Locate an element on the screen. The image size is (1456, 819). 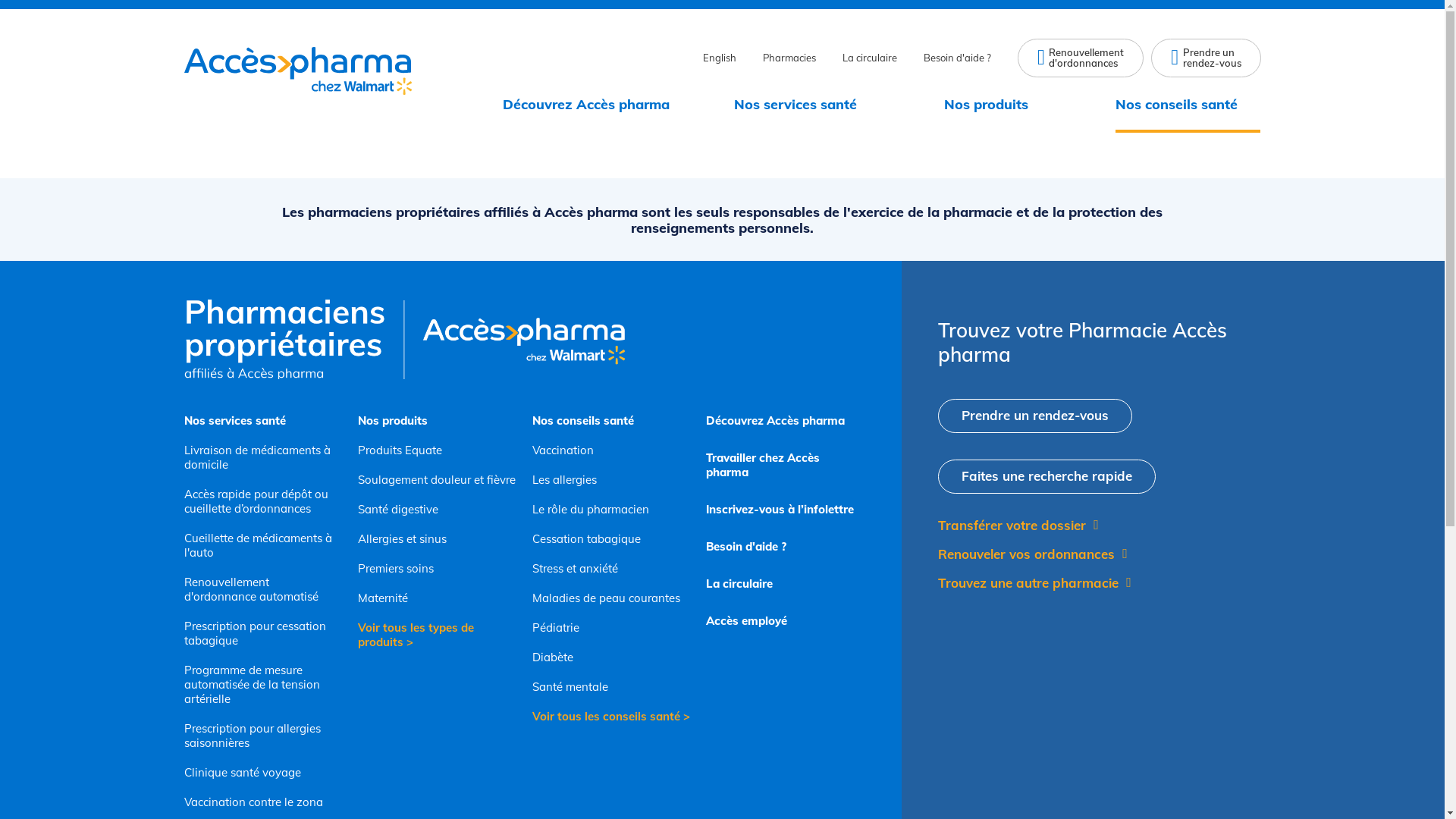
'Premiers soins' is located at coordinates (436, 568).